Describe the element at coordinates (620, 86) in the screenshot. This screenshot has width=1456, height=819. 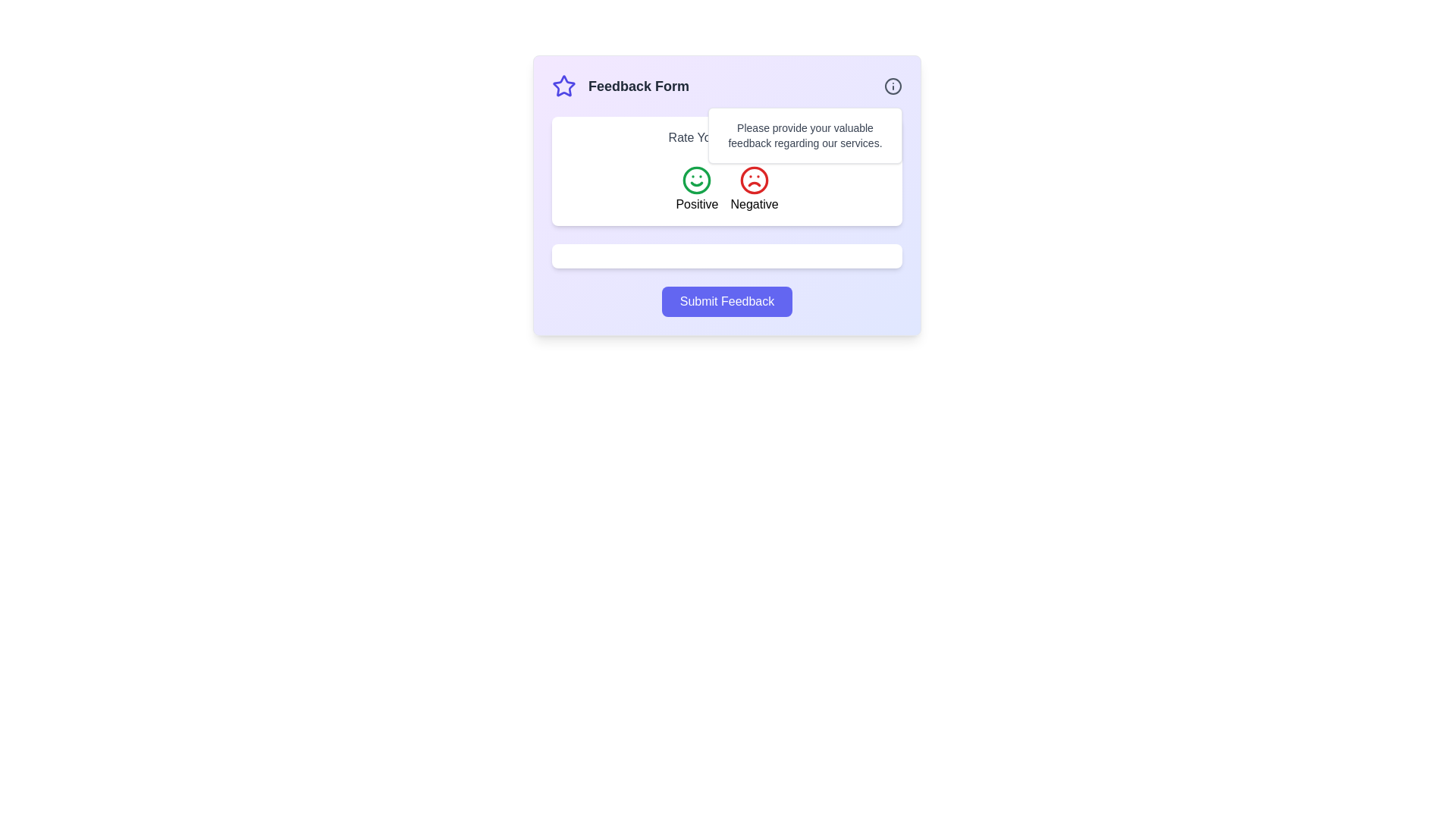
I see `the text label that serves as the title for the feedback form section, located at the top-left corner of the feedback dialog box, adjacent to the star icon` at that location.